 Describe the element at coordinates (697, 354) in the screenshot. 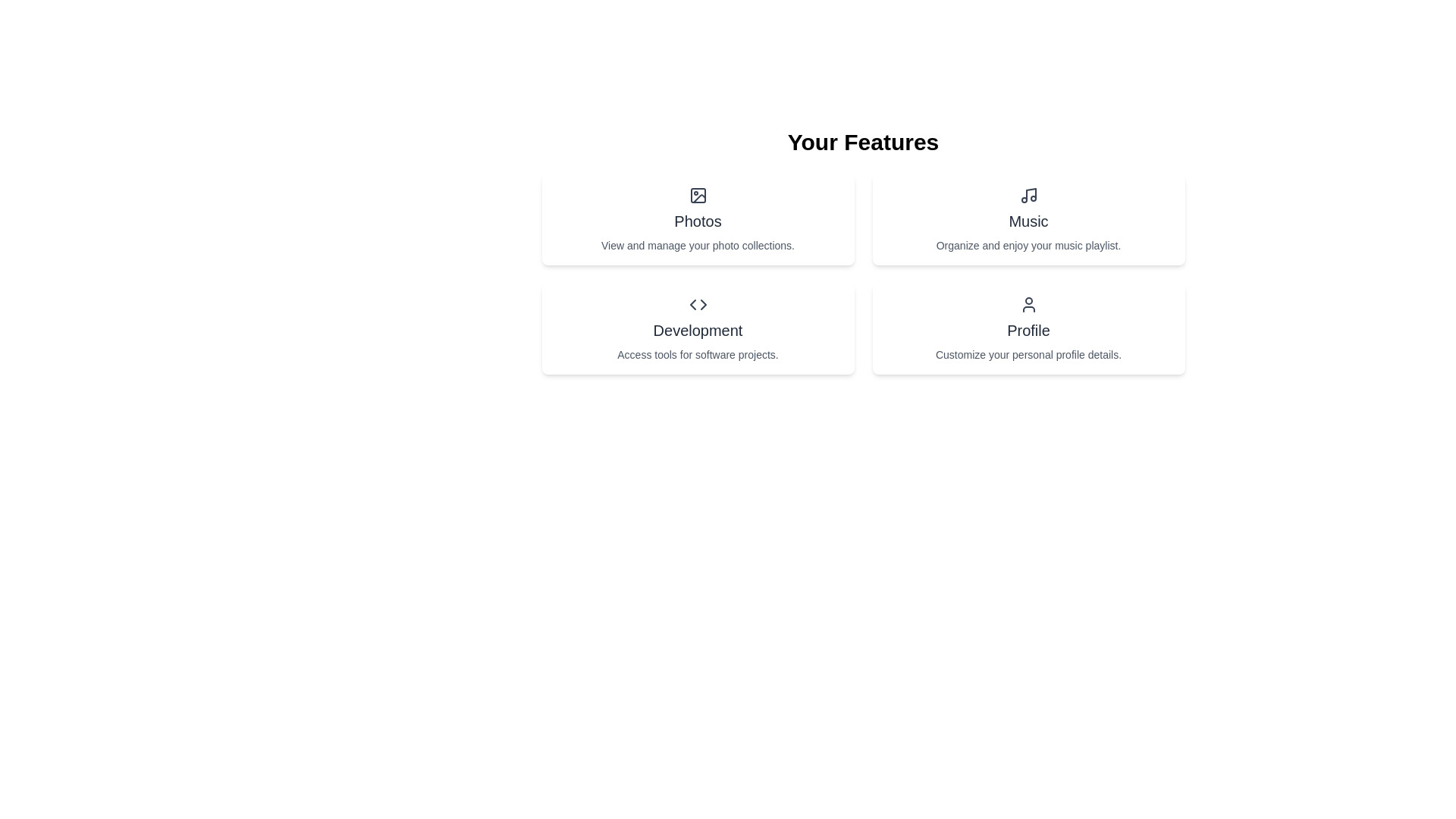

I see `the text box that provides additional information regarding the 'Development' section, located at the bottom of the 'Development' panel in the lower left quadrant of the features grid layout` at that location.